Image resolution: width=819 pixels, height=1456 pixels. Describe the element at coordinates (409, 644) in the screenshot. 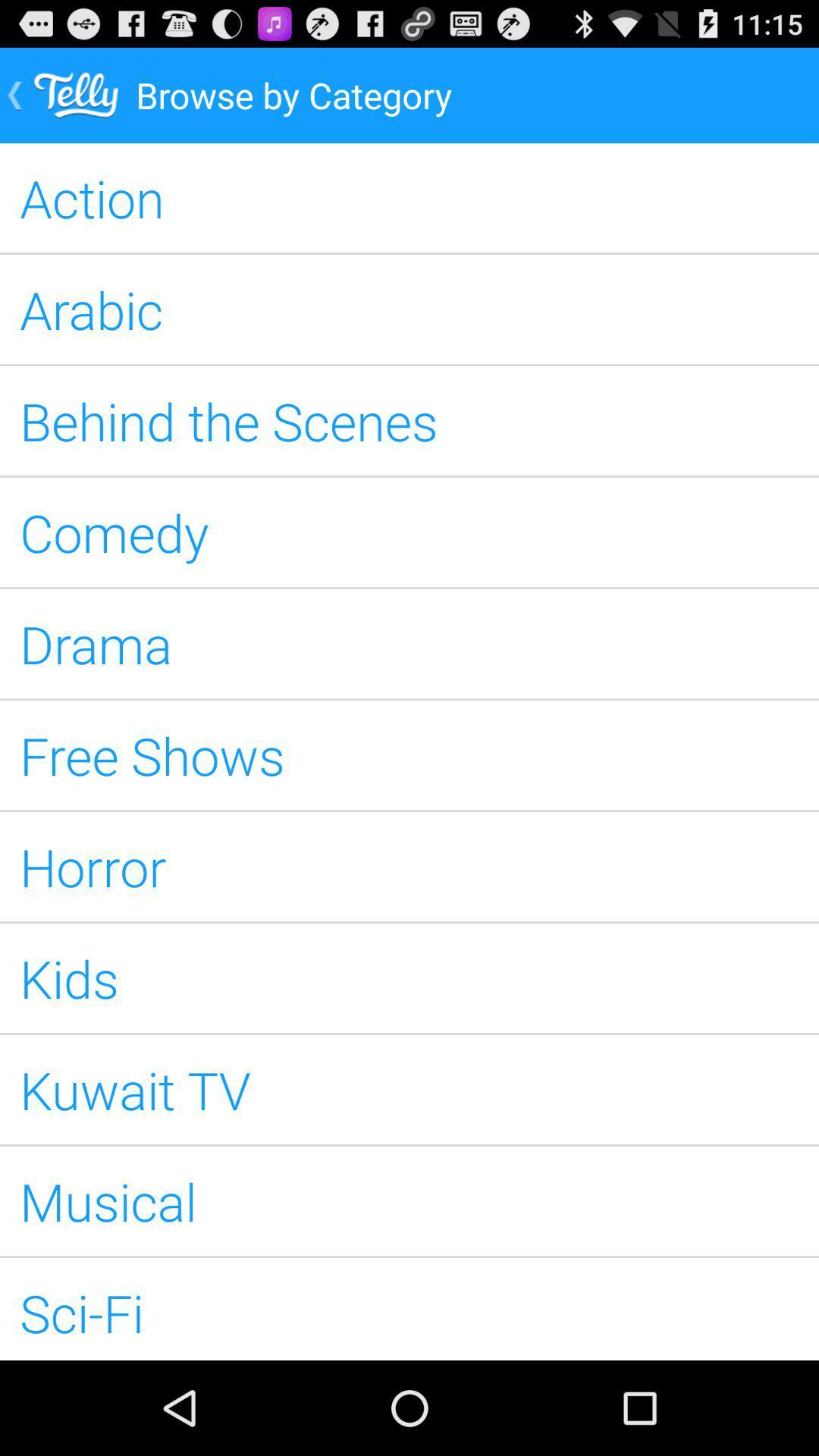

I see `the app above free shows item` at that location.